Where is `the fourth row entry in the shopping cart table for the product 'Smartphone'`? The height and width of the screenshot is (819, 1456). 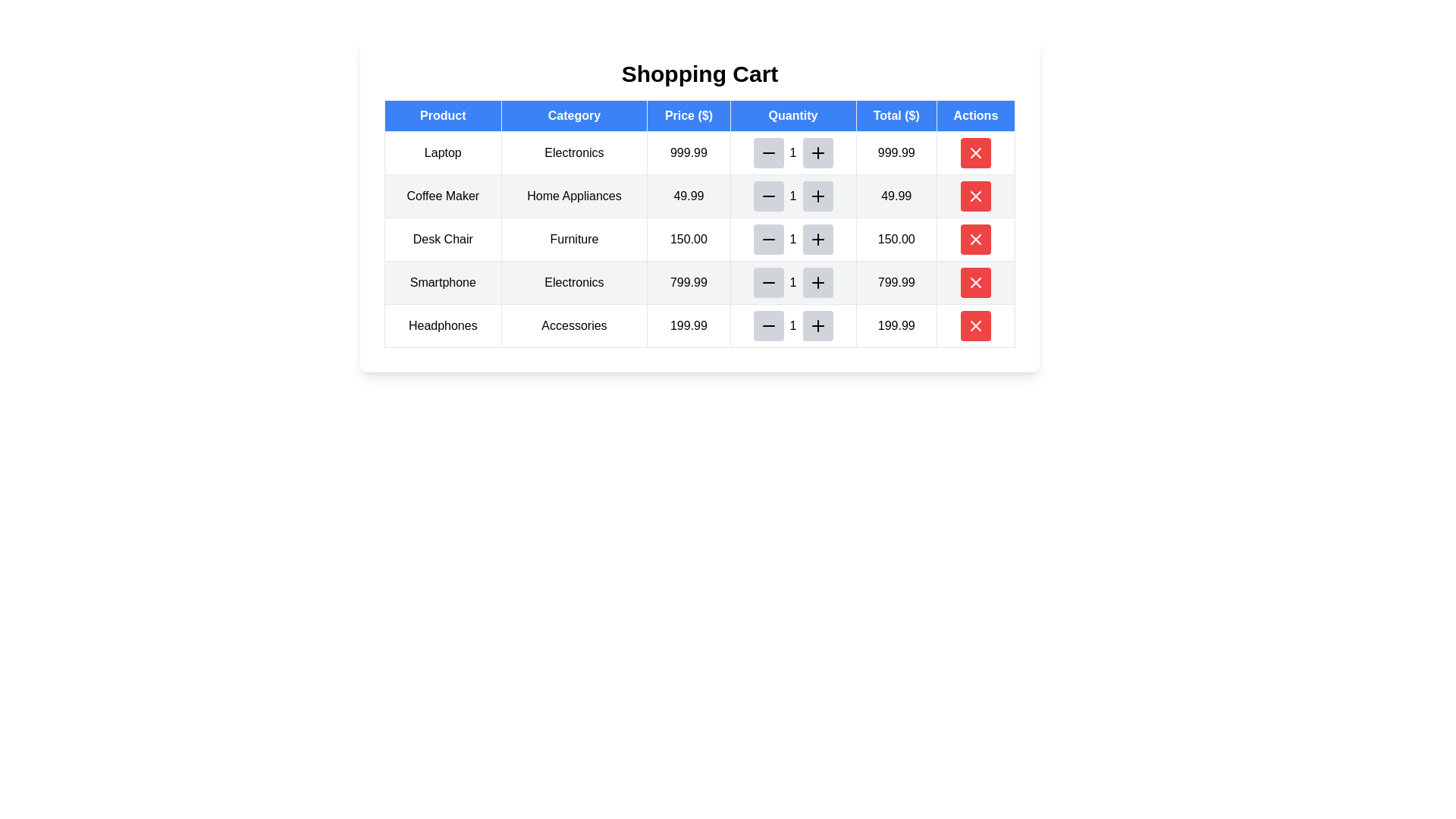 the fourth row entry in the shopping cart table for the product 'Smartphone' is located at coordinates (698, 283).